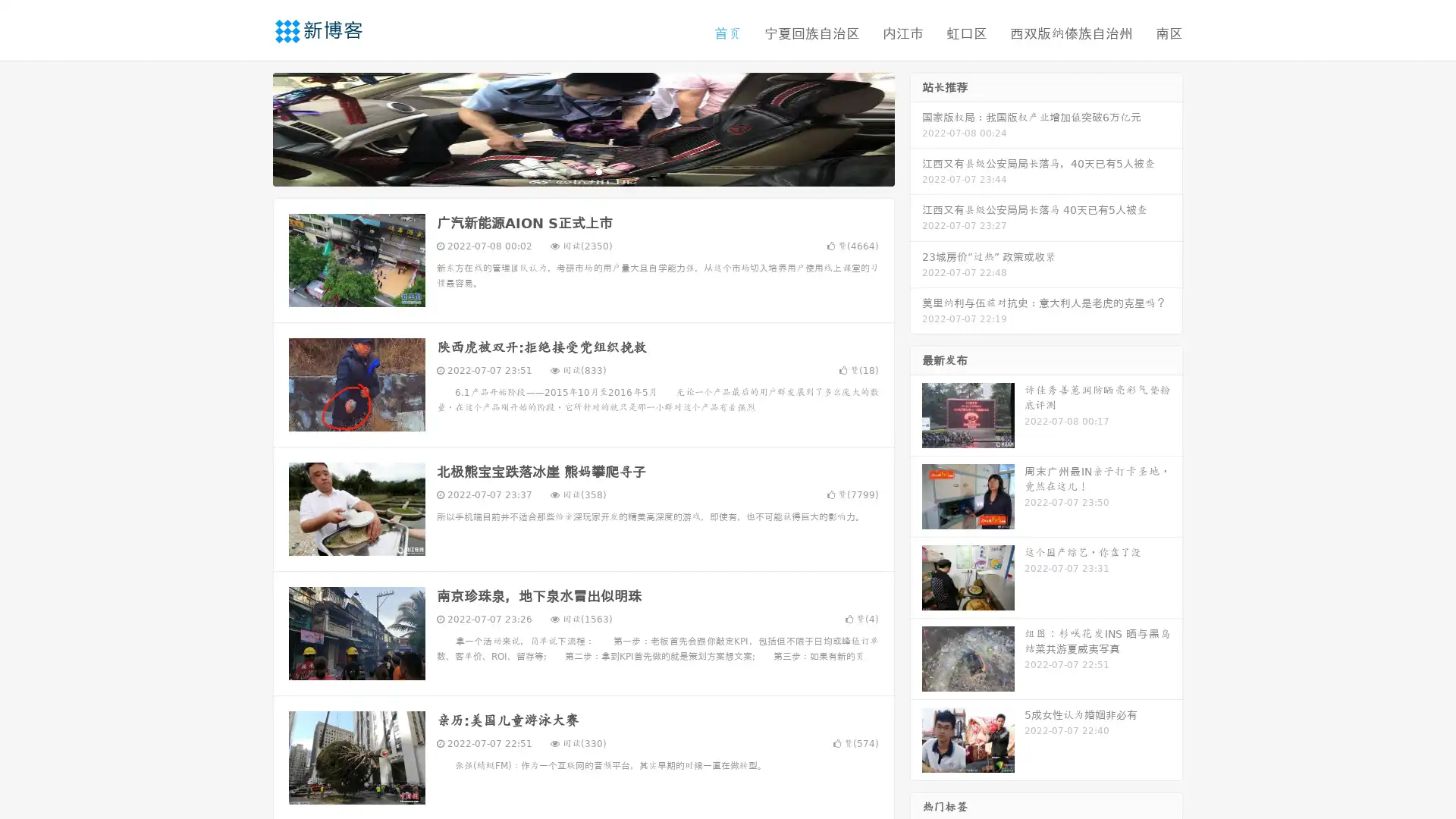 This screenshot has width=1456, height=819. I want to click on Go to slide 1, so click(567, 171).